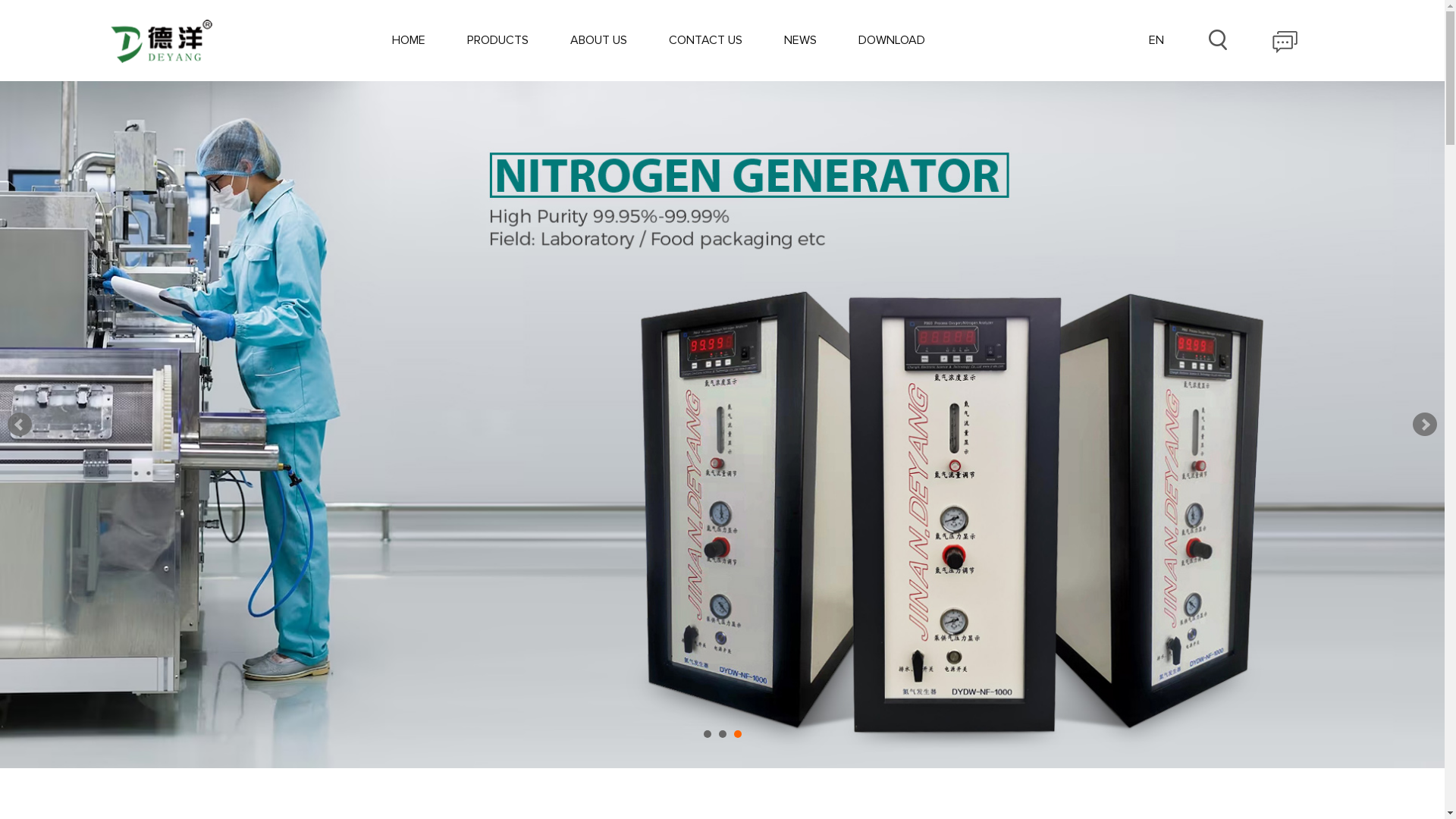  What do you see at coordinates (19, 424) in the screenshot?
I see `'Prev'` at bounding box center [19, 424].